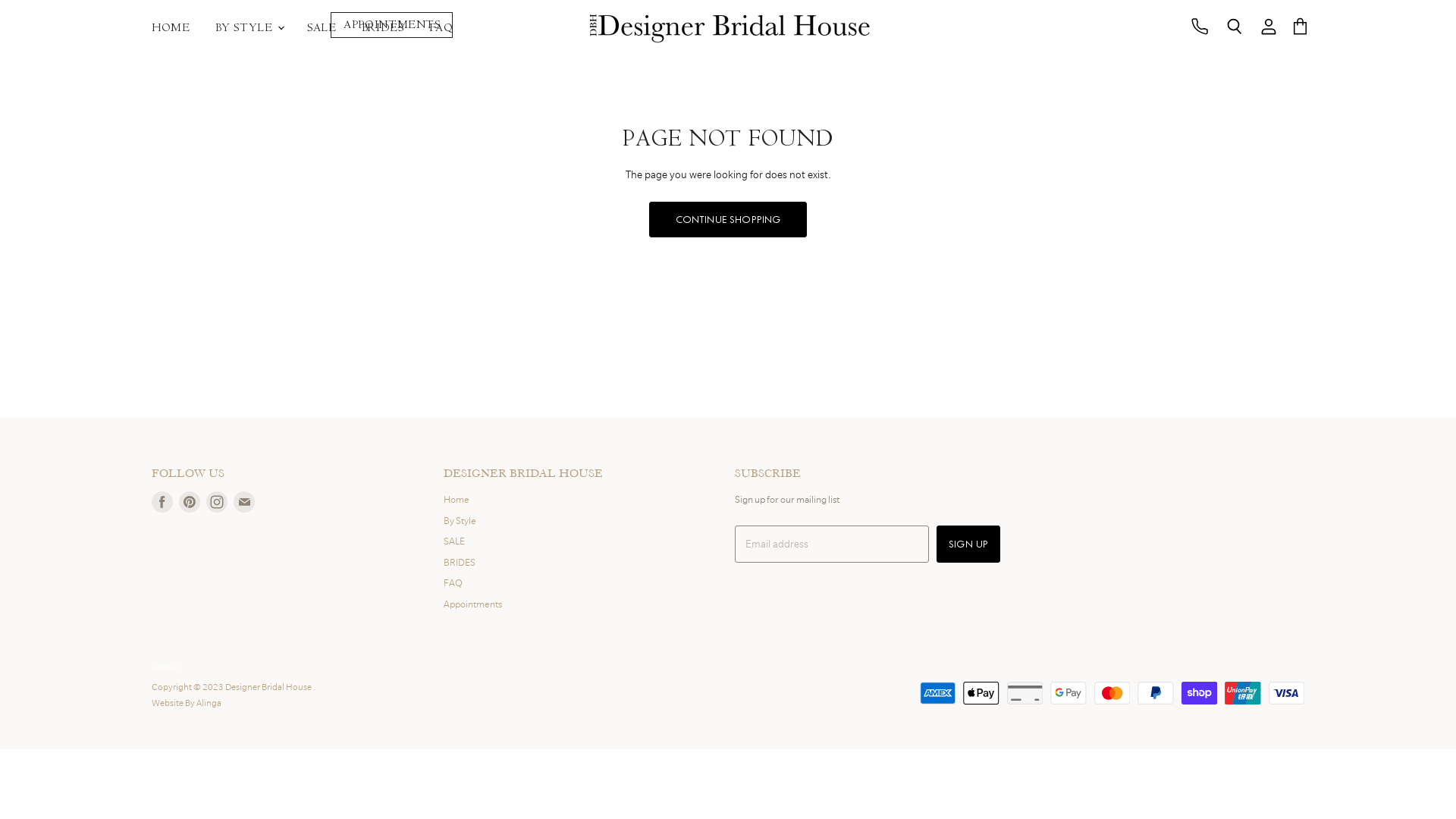 This screenshot has height=819, width=1456. What do you see at coordinates (208, 702) in the screenshot?
I see `'Alinga'` at bounding box center [208, 702].